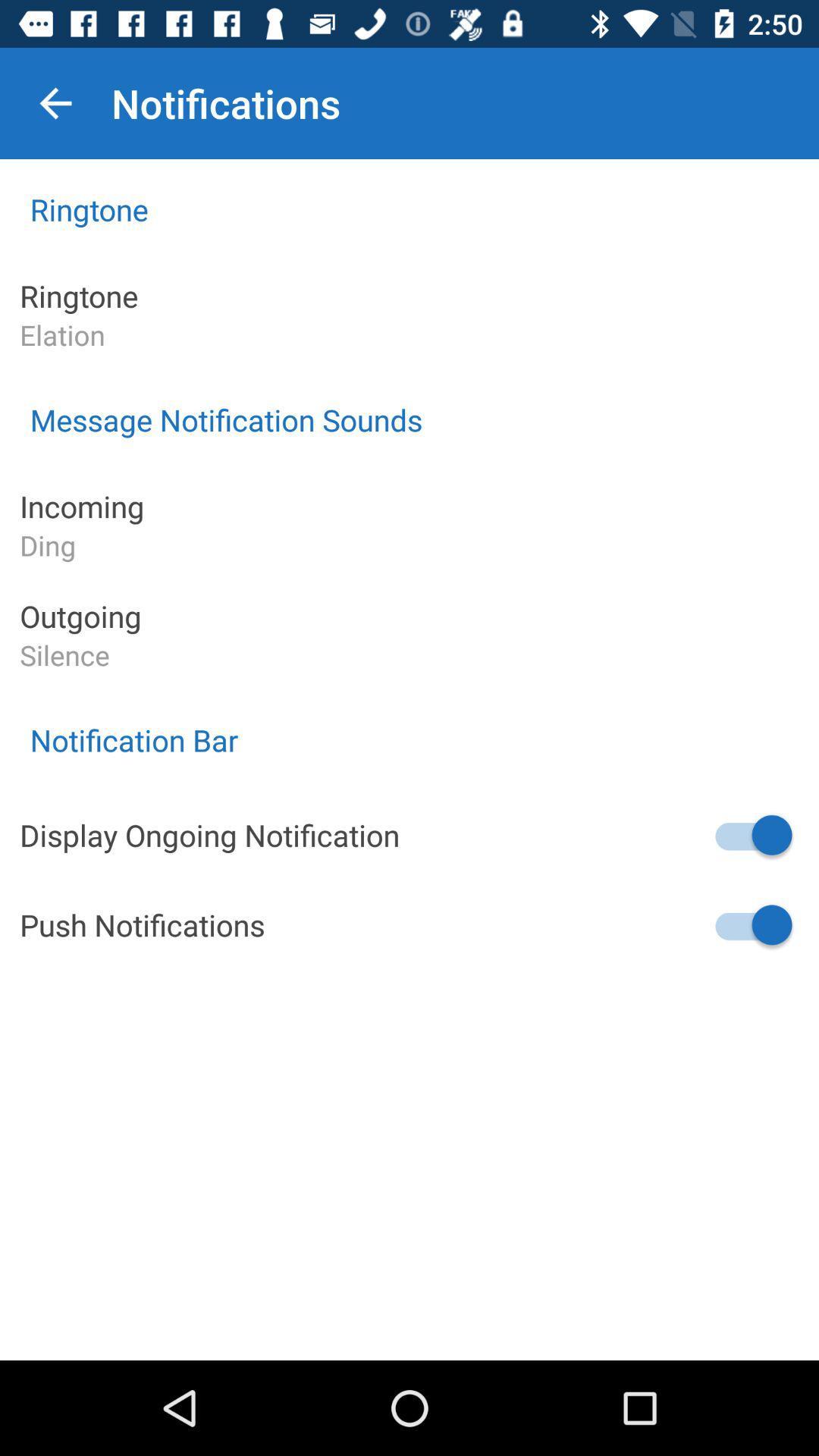 This screenshot has height=1456, width=819. I want to click on on or off display ongoing notifications, so click(752, 834).